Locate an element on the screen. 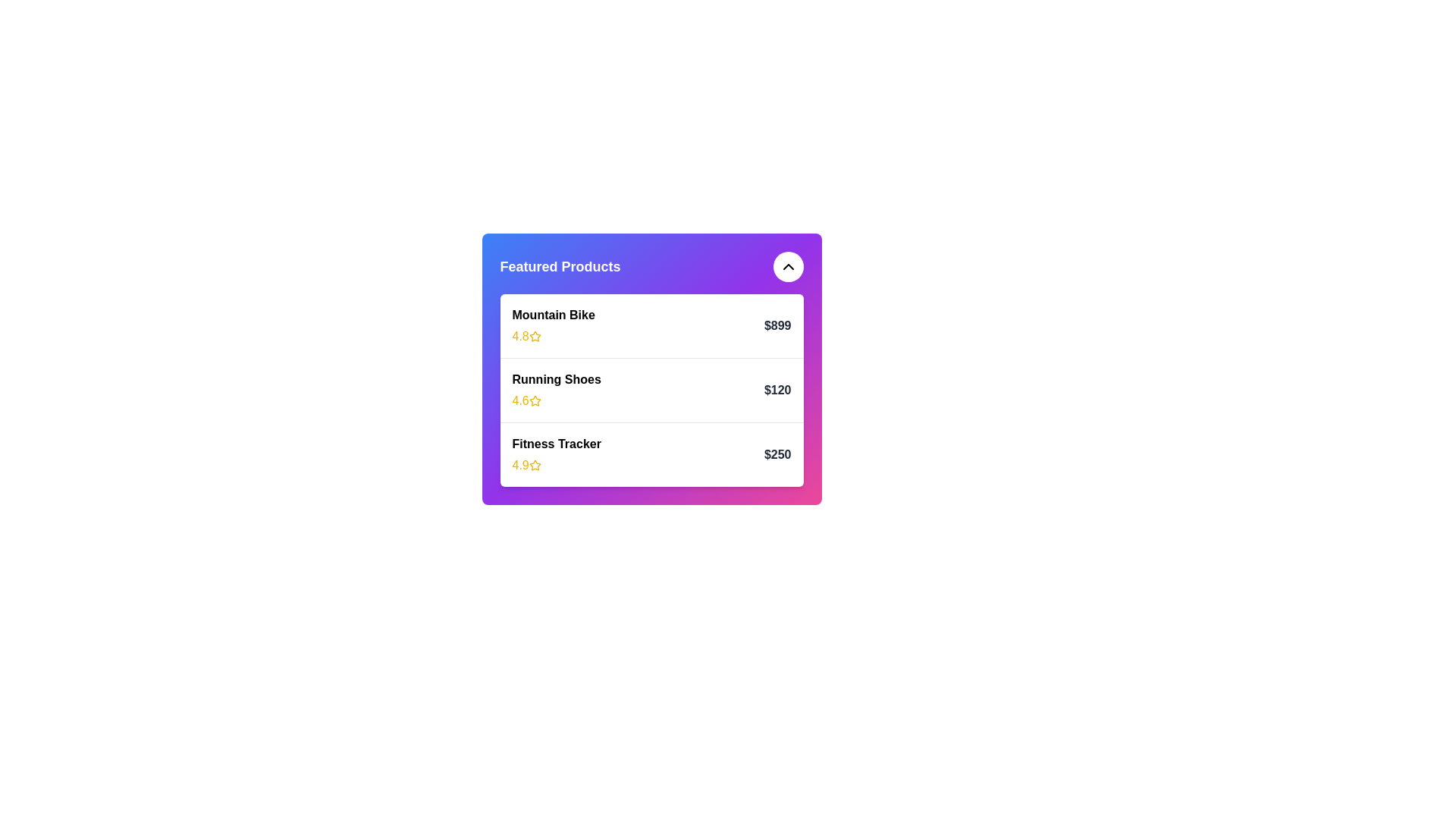 This screenshot has height=819, width=1456. the third product item in the vertically stacked list that displays its name, rating, and price is located at coordinates (651, 453).